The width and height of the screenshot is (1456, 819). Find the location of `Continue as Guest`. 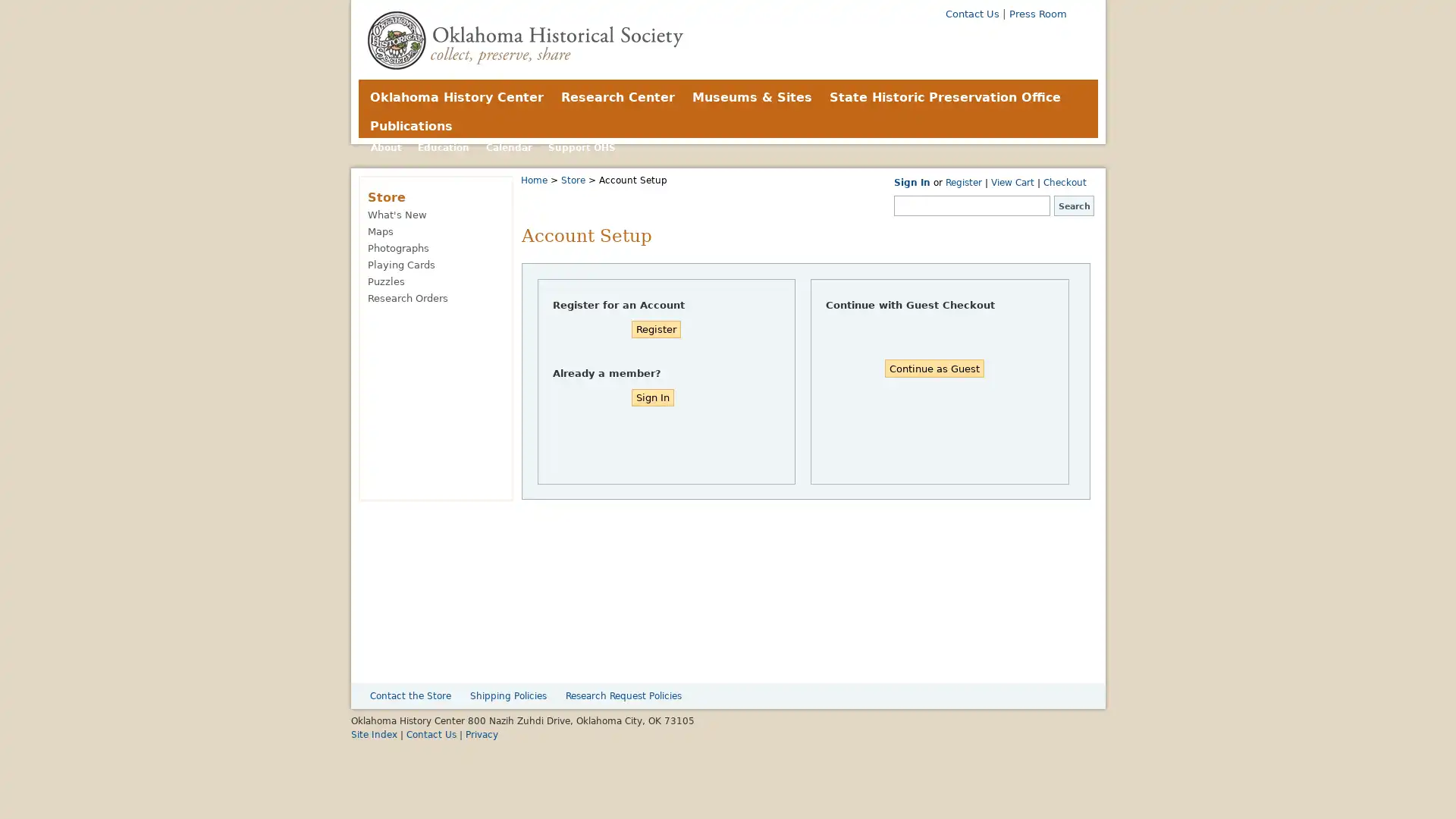

Continue as Guest is located at coordinates (934, 368).